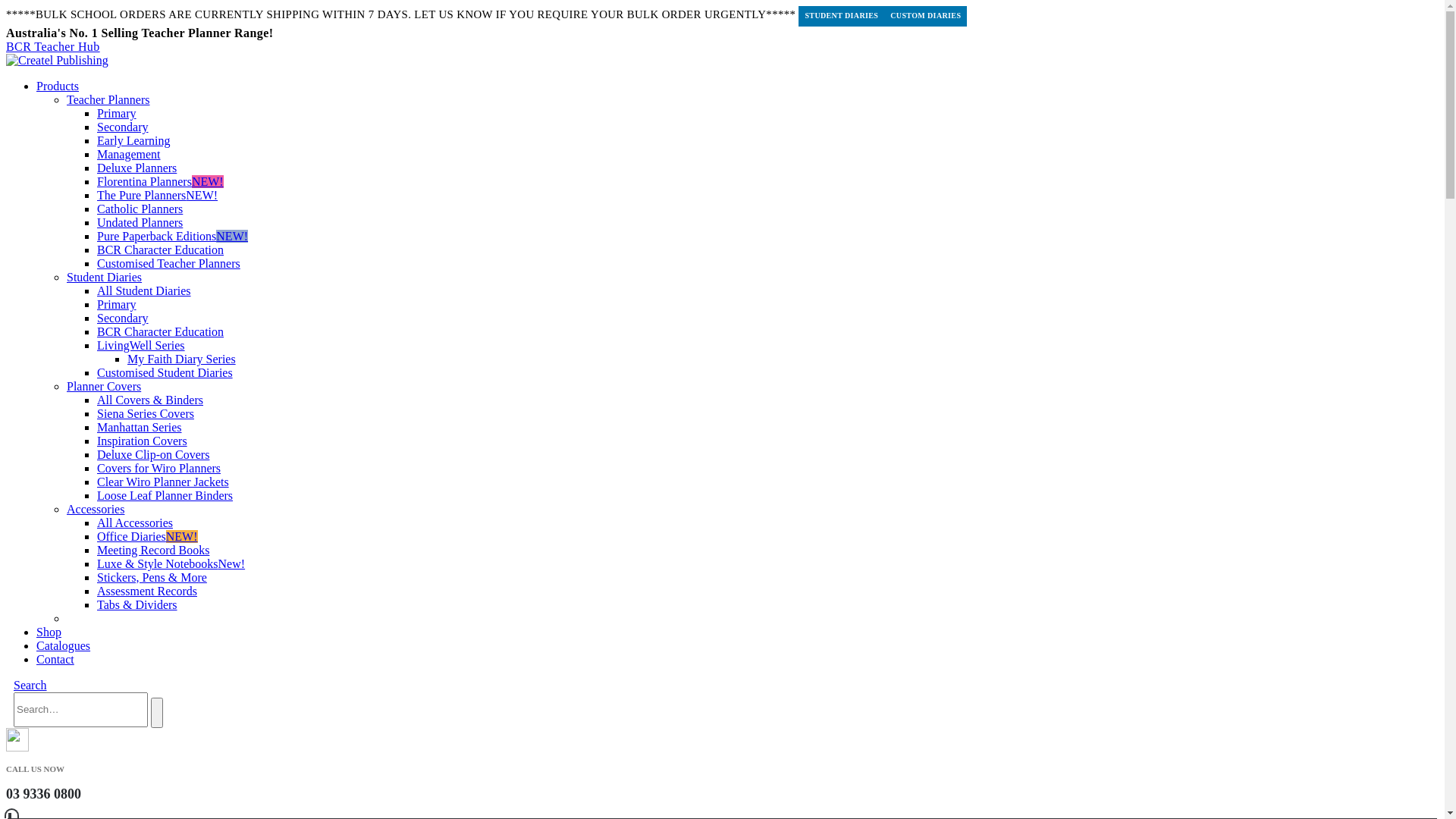 The image size is (1456, 819). Describe the element at coordinates (924, 16) in the screenshot. I see `'CUSTOM DIARIES'` at that location.